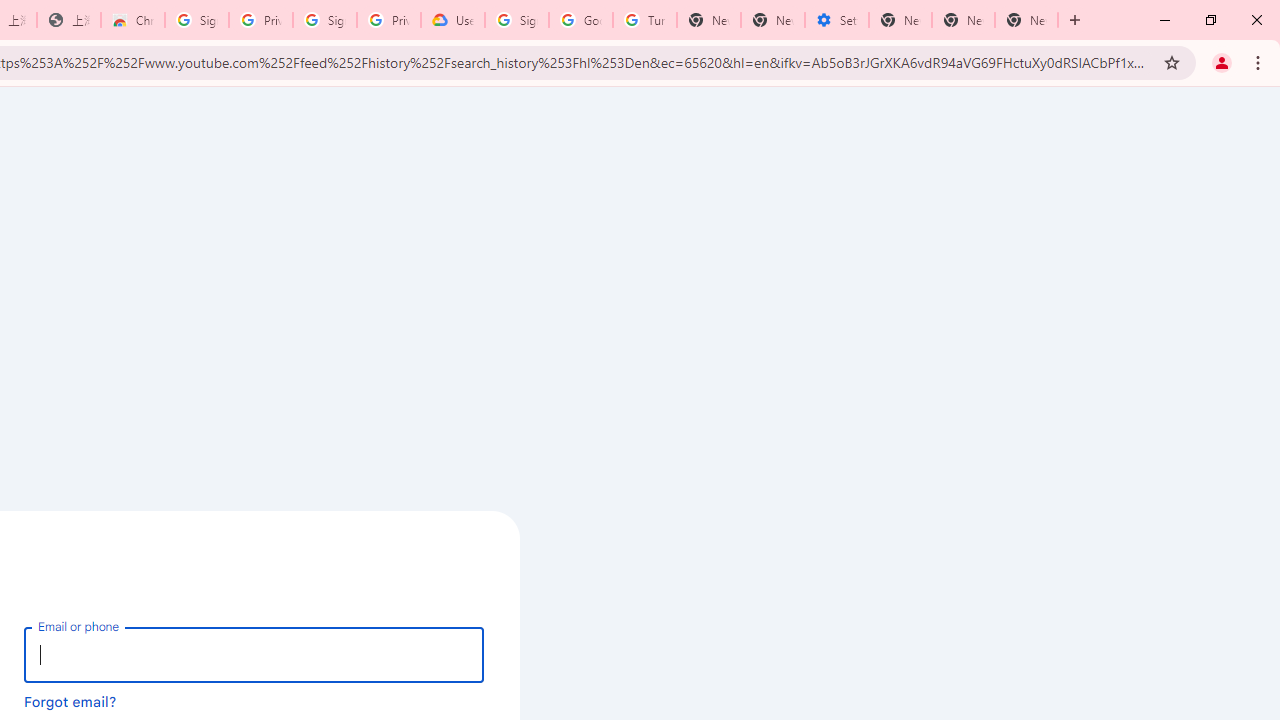 The height and width of the screenshot is (720, 1280). Describe the element at coordinates (70, 700) in the screenshot. I see `'Forgot email?'` at that location.